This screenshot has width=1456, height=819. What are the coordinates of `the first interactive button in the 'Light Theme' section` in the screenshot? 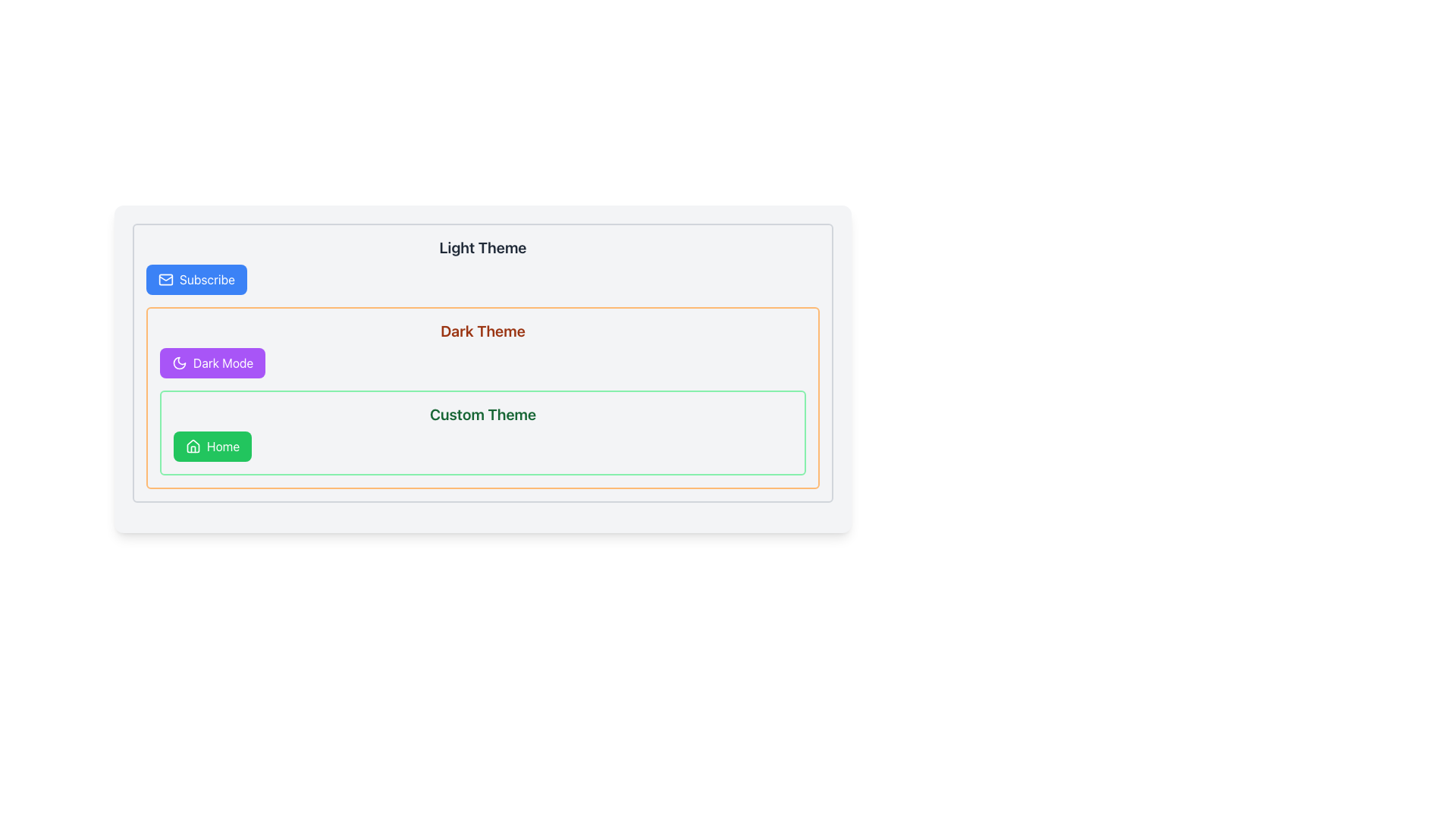 It's located at (196, 280).